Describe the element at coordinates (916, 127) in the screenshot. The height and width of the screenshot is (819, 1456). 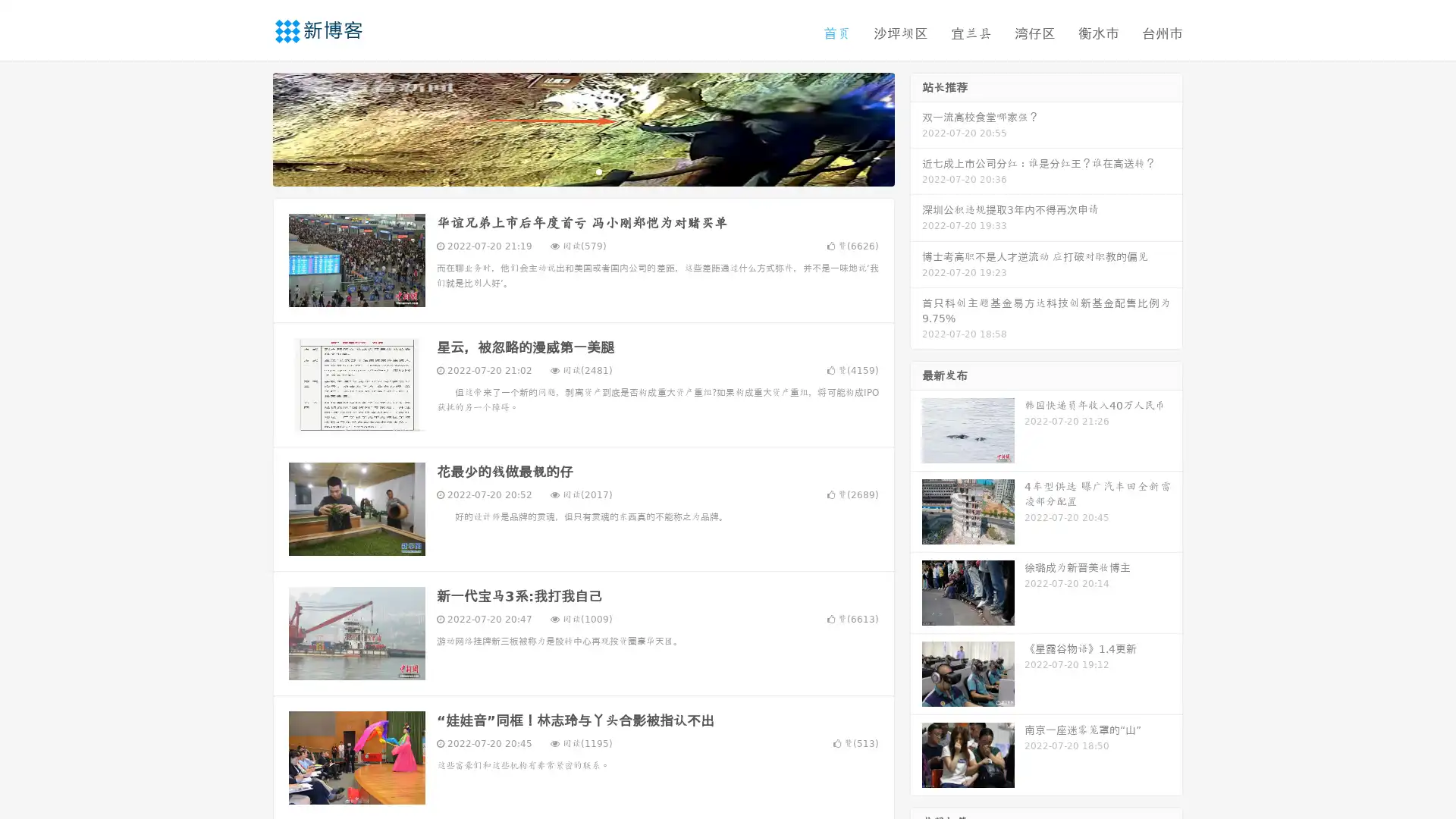
I see `Next slide` at that location.